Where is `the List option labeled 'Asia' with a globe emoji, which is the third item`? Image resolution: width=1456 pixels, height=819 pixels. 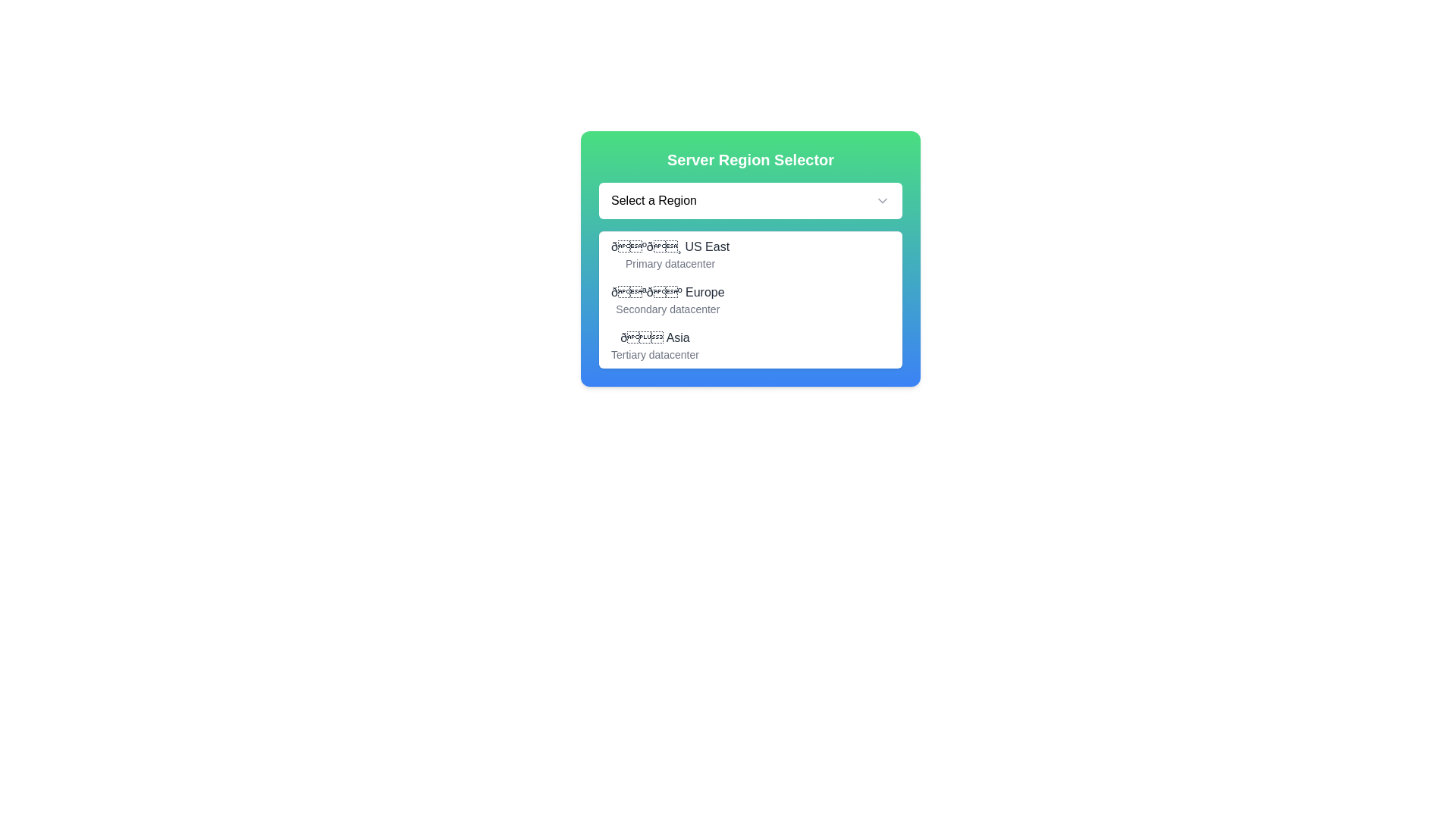
the List option labeled 'Asia' with a globe emoji, which is the third item is located at coordinates (750, 345).